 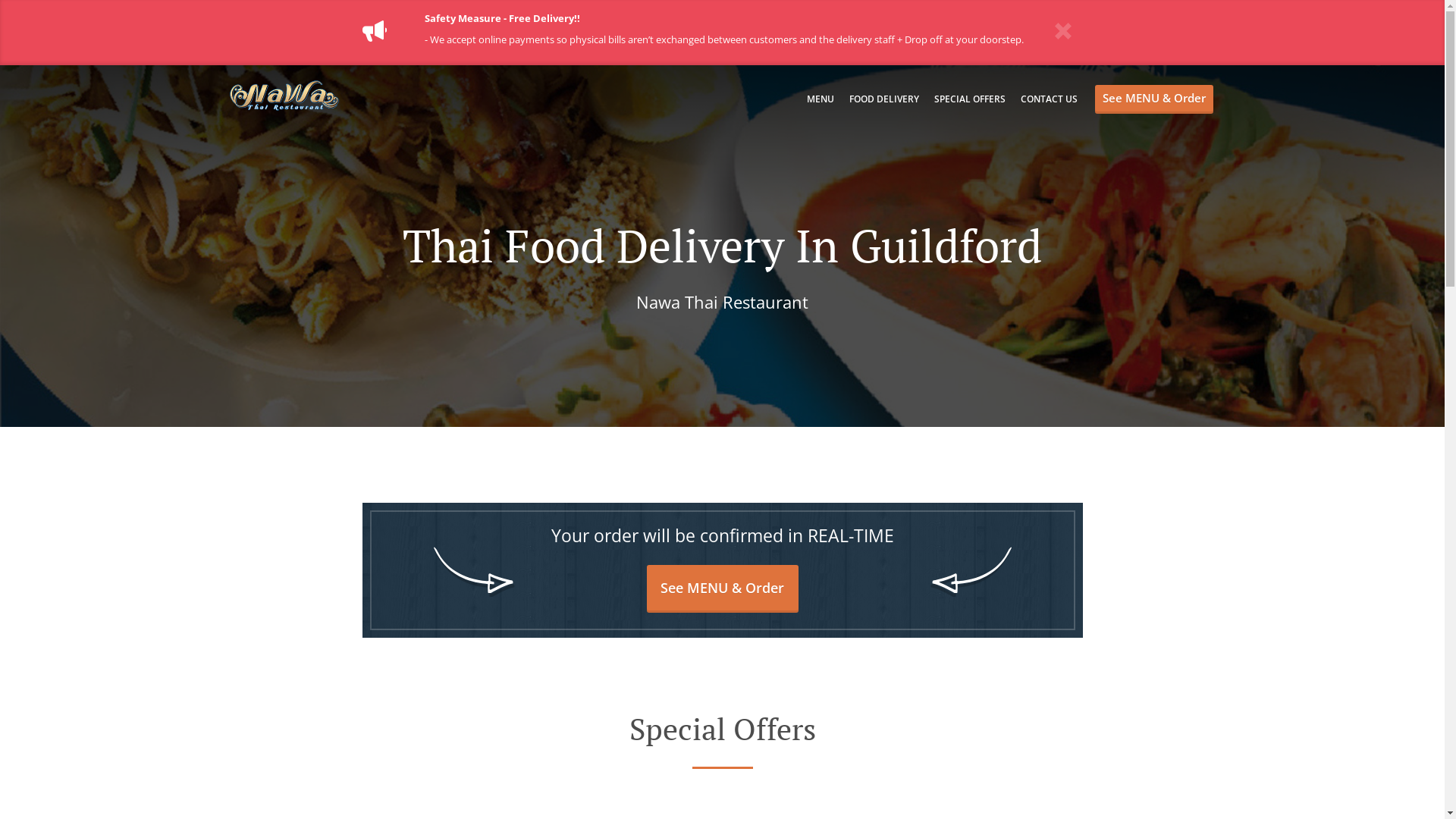 I want to click on 'MENU', so click(x=819, y=99).